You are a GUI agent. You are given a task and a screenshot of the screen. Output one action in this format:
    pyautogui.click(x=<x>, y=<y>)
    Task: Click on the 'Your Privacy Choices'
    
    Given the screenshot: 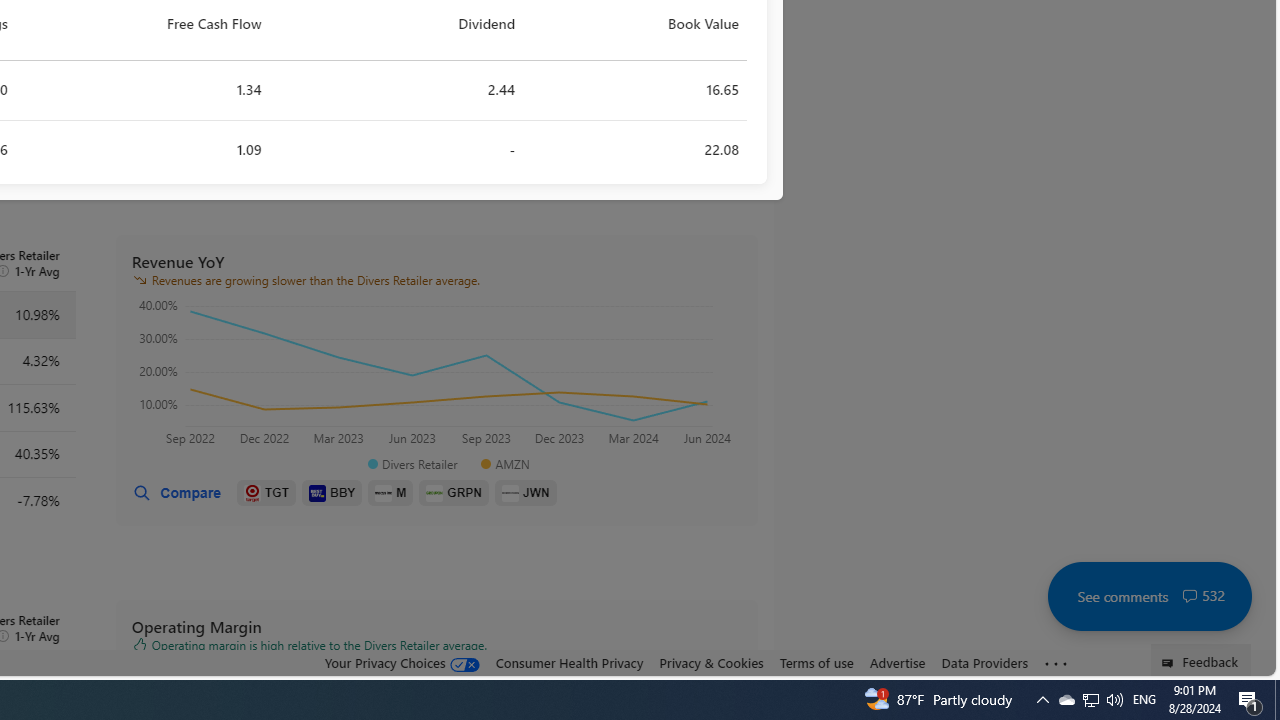 What is the action you would take?
    pyautogui.click(x=400, y=663)
    